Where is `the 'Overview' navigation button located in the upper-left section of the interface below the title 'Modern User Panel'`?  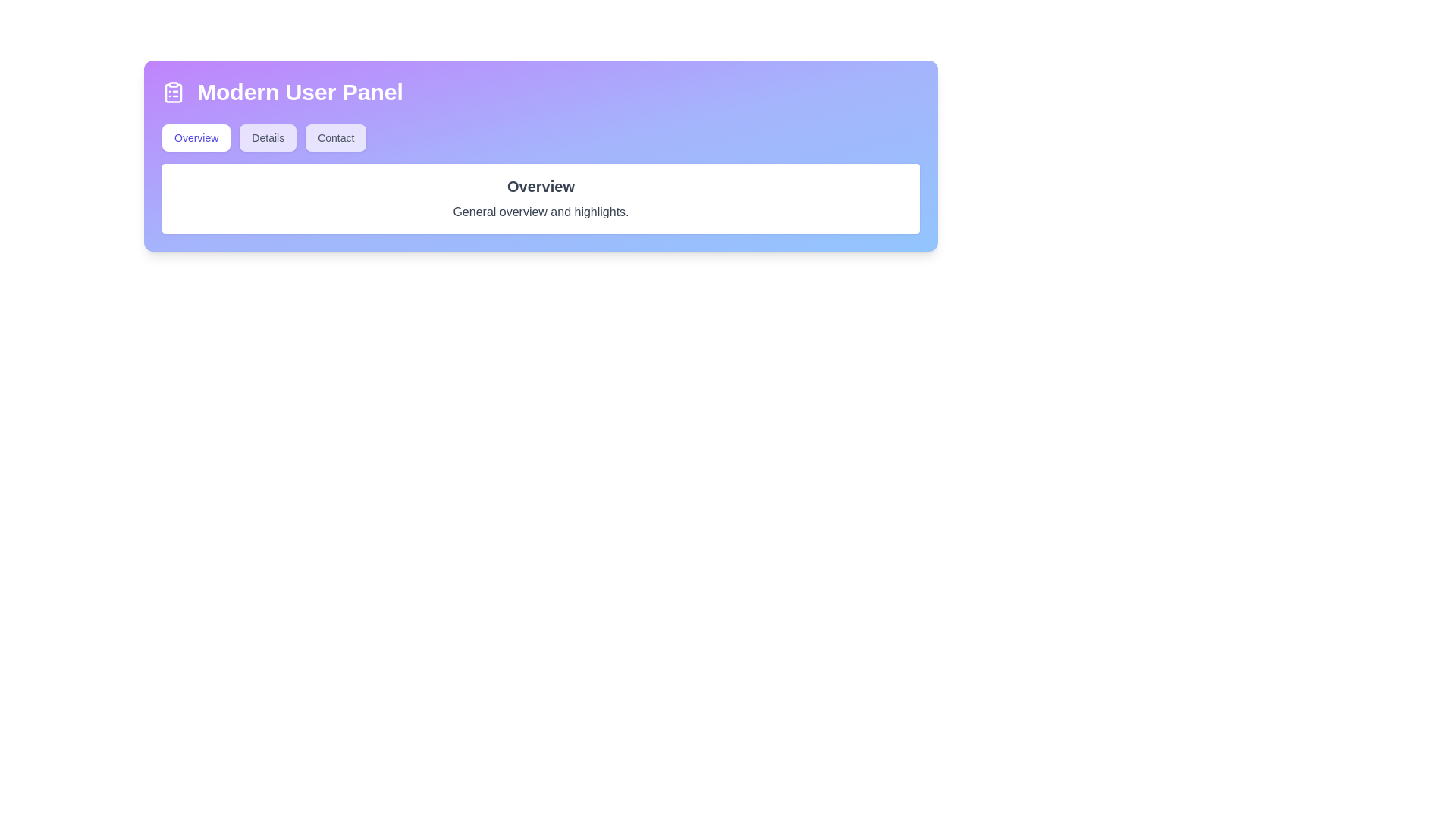
the 'Overview' navigation button located in the upper-left section of the interface below the title 'Modern User Panel' is located at coordinates (196, 137).